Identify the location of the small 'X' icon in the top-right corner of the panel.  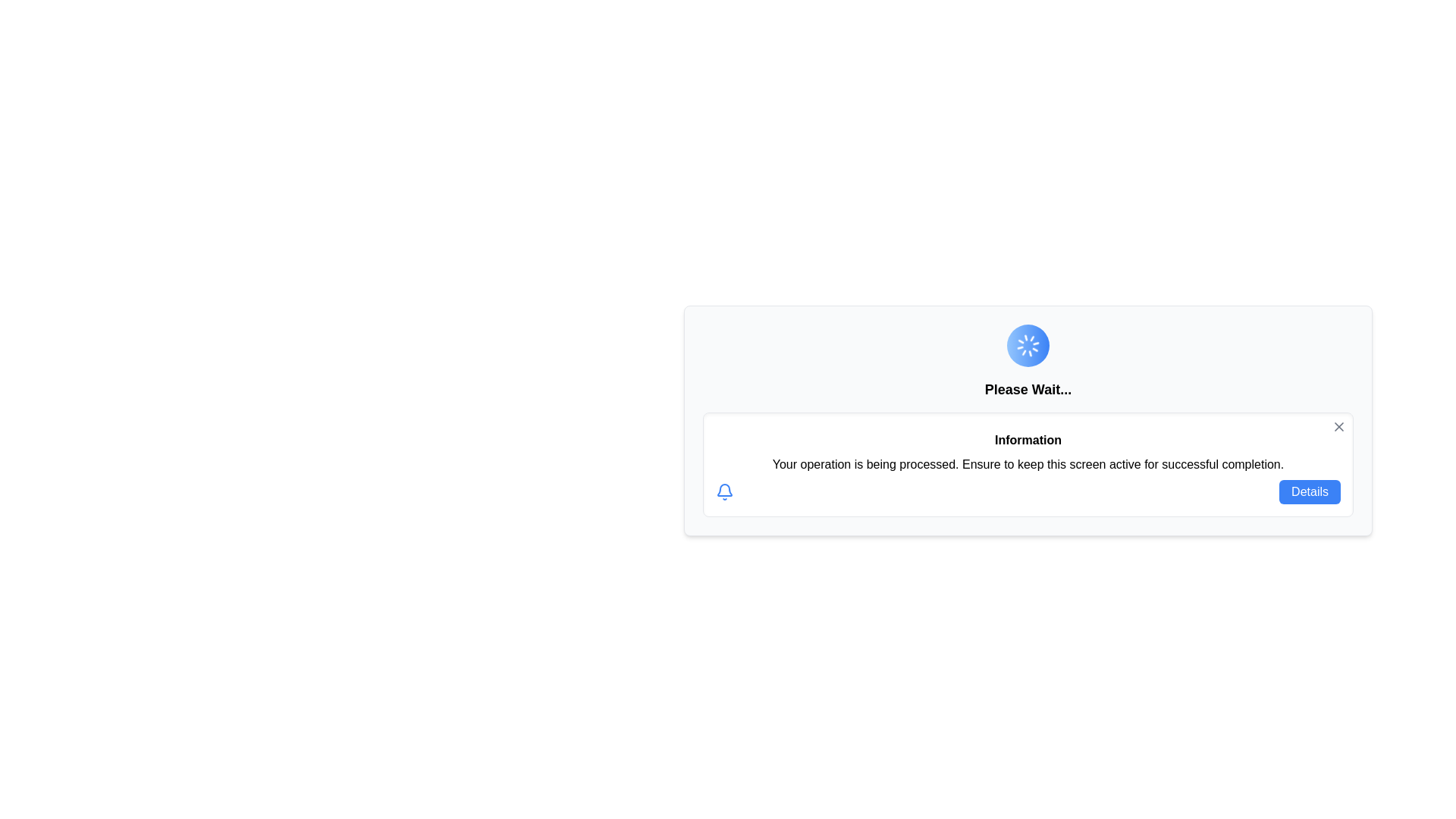
(1339, 427).